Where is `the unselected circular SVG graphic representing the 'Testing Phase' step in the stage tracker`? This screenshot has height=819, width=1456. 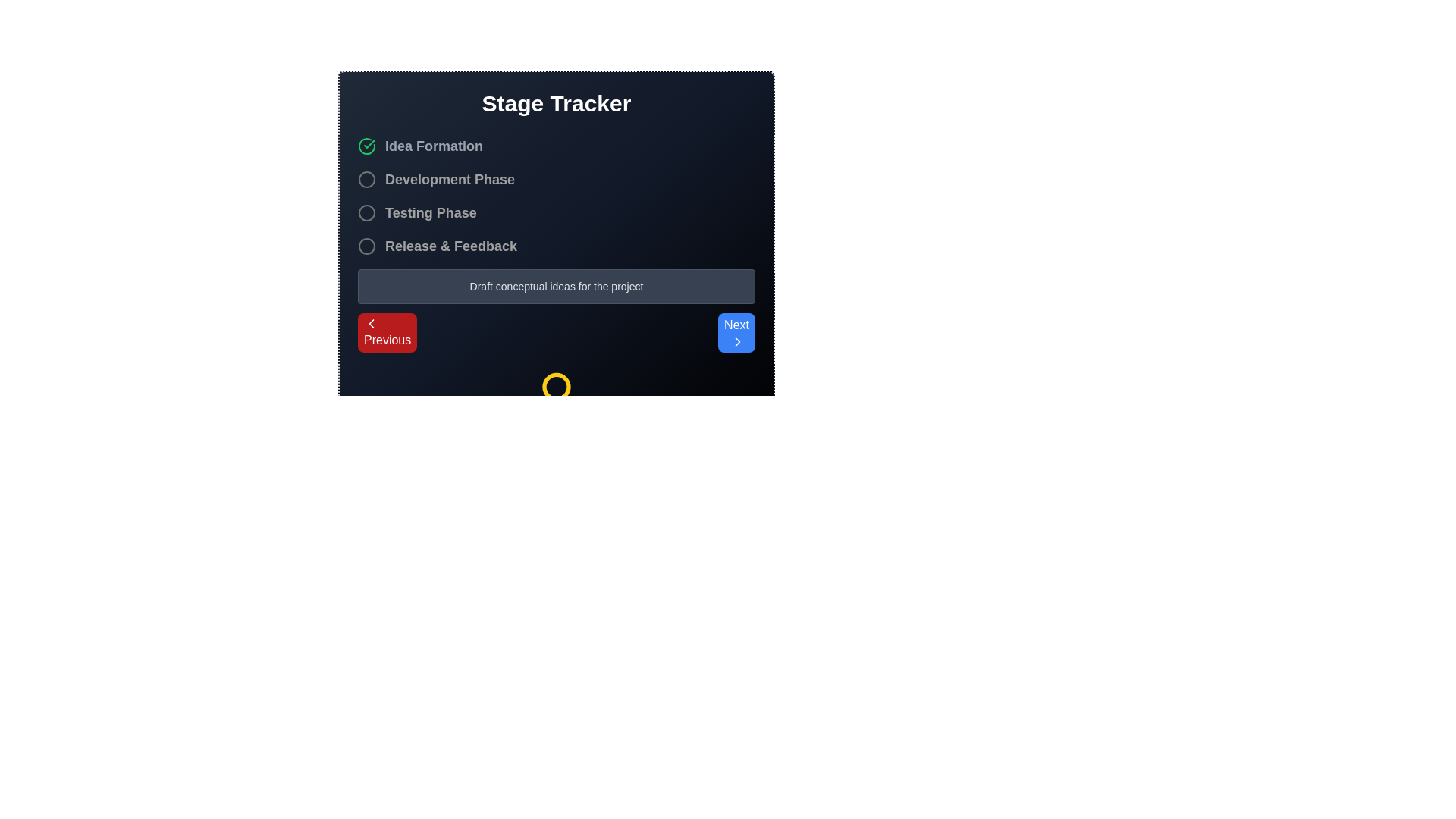
the unselected circular SVG graphic representing the 'Testing Phase' step in the stage tracker is located at coordinates (367, 213).